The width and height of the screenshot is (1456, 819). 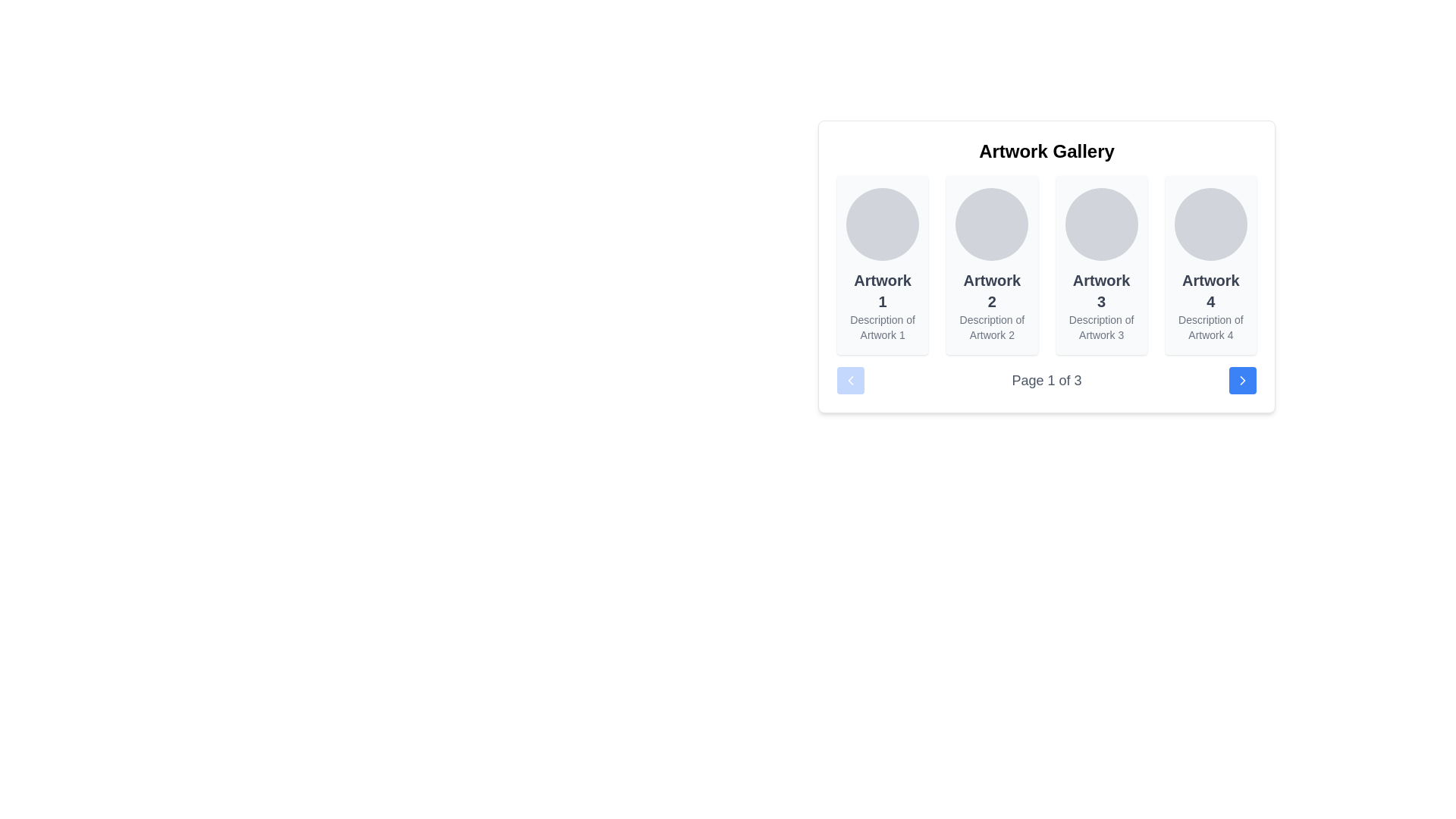 I want to click on the image placeholder located in the top section of the card labeled 'Artwork 3', which is the third card from the left, so click(x=1101, y=224).